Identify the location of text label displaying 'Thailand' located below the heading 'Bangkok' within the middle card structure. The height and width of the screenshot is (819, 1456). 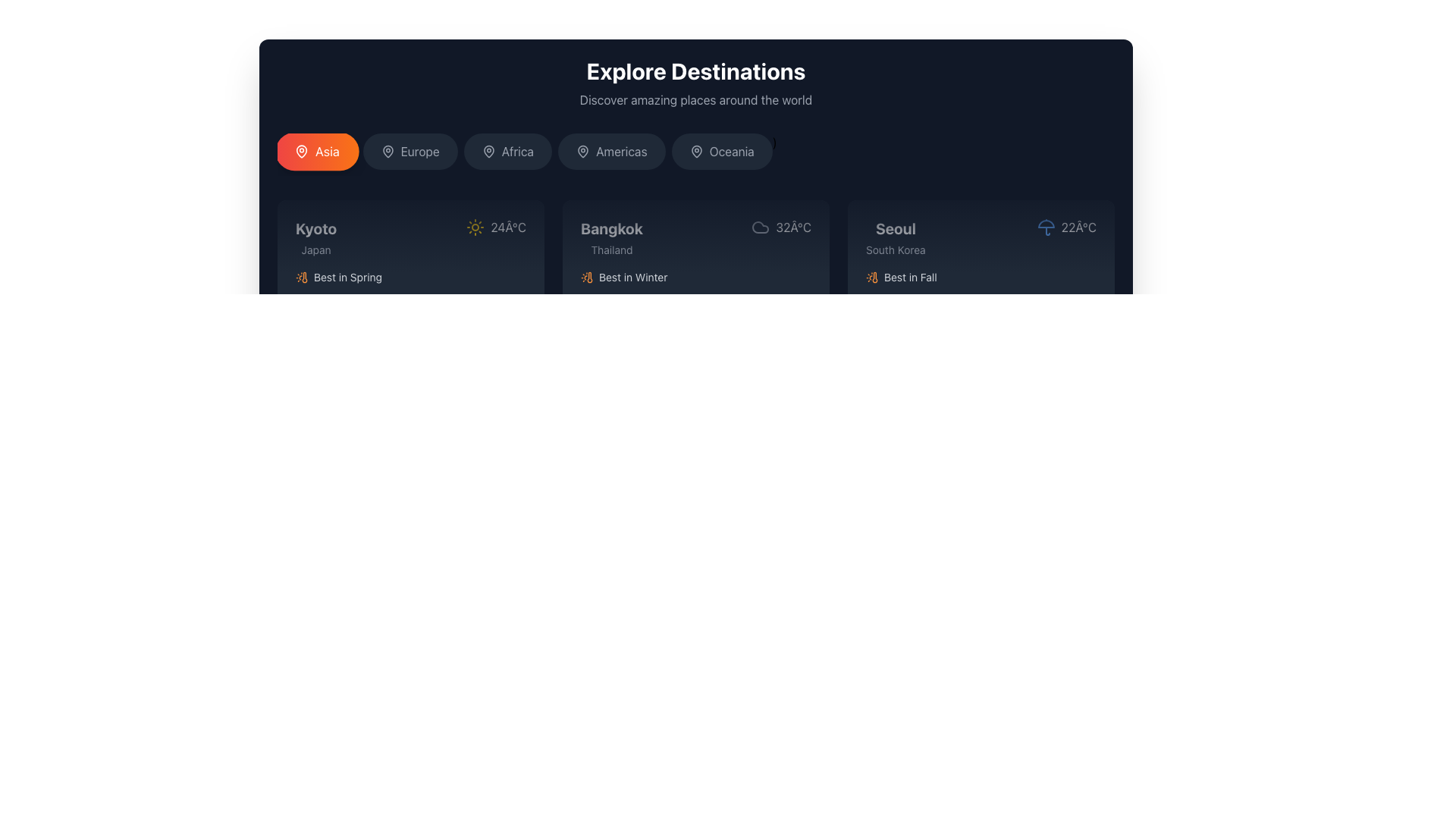
(611, 249).